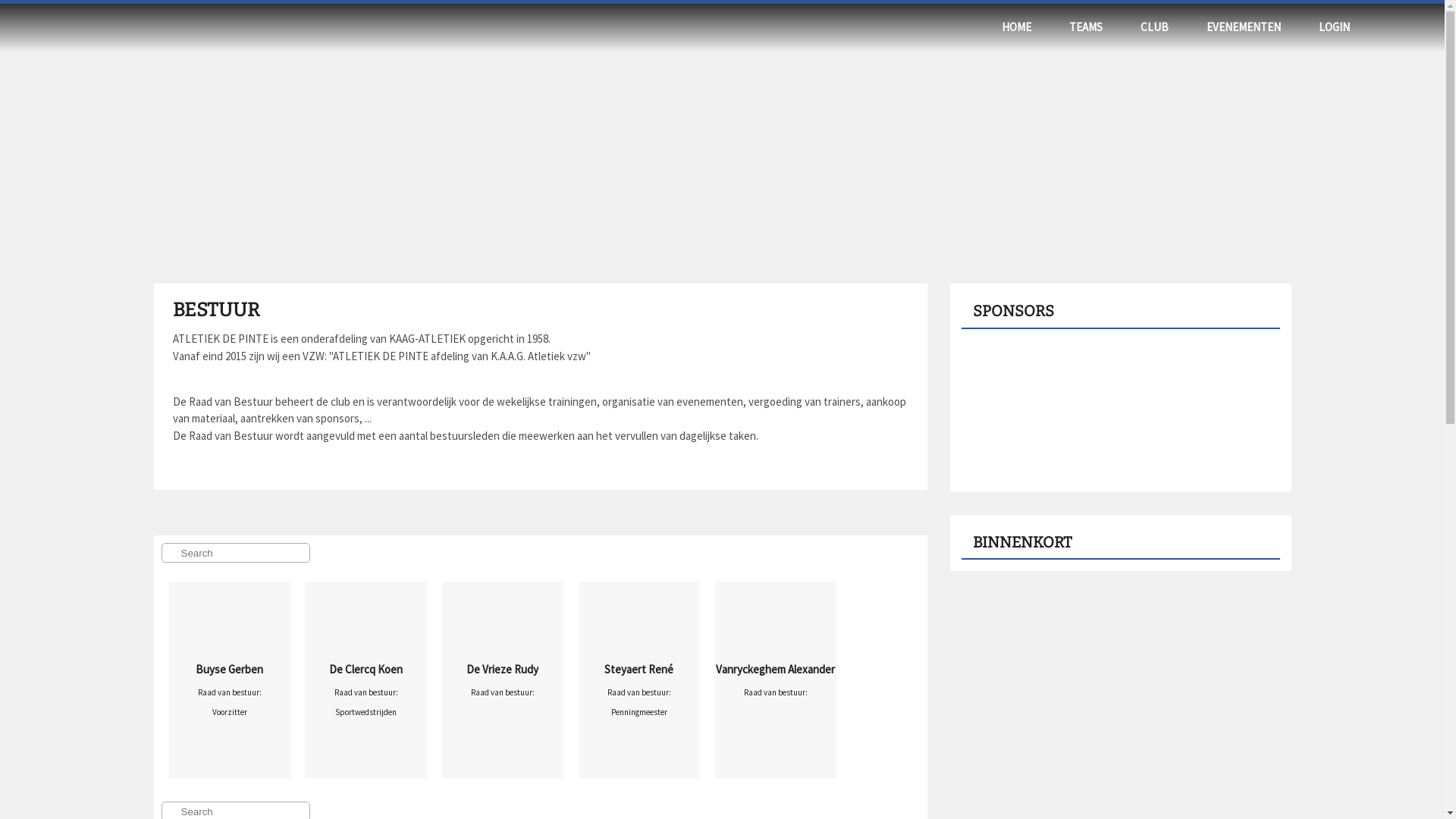  Describe the element at coordinates (172, 309) in the screenshot. I see `'BESTUUR'` at that location.